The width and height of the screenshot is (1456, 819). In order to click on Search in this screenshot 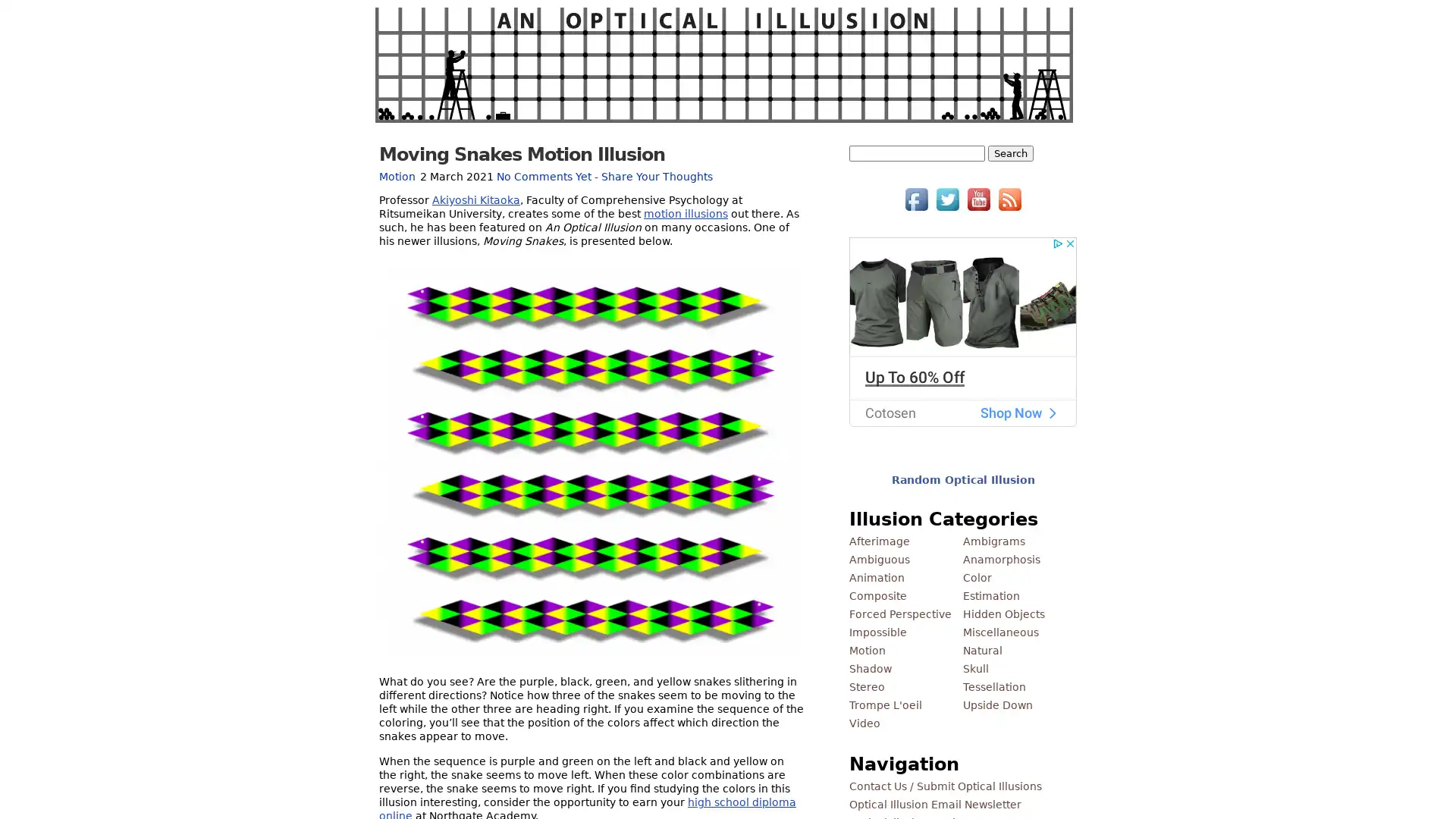, I will do `click(1011, 153)`.